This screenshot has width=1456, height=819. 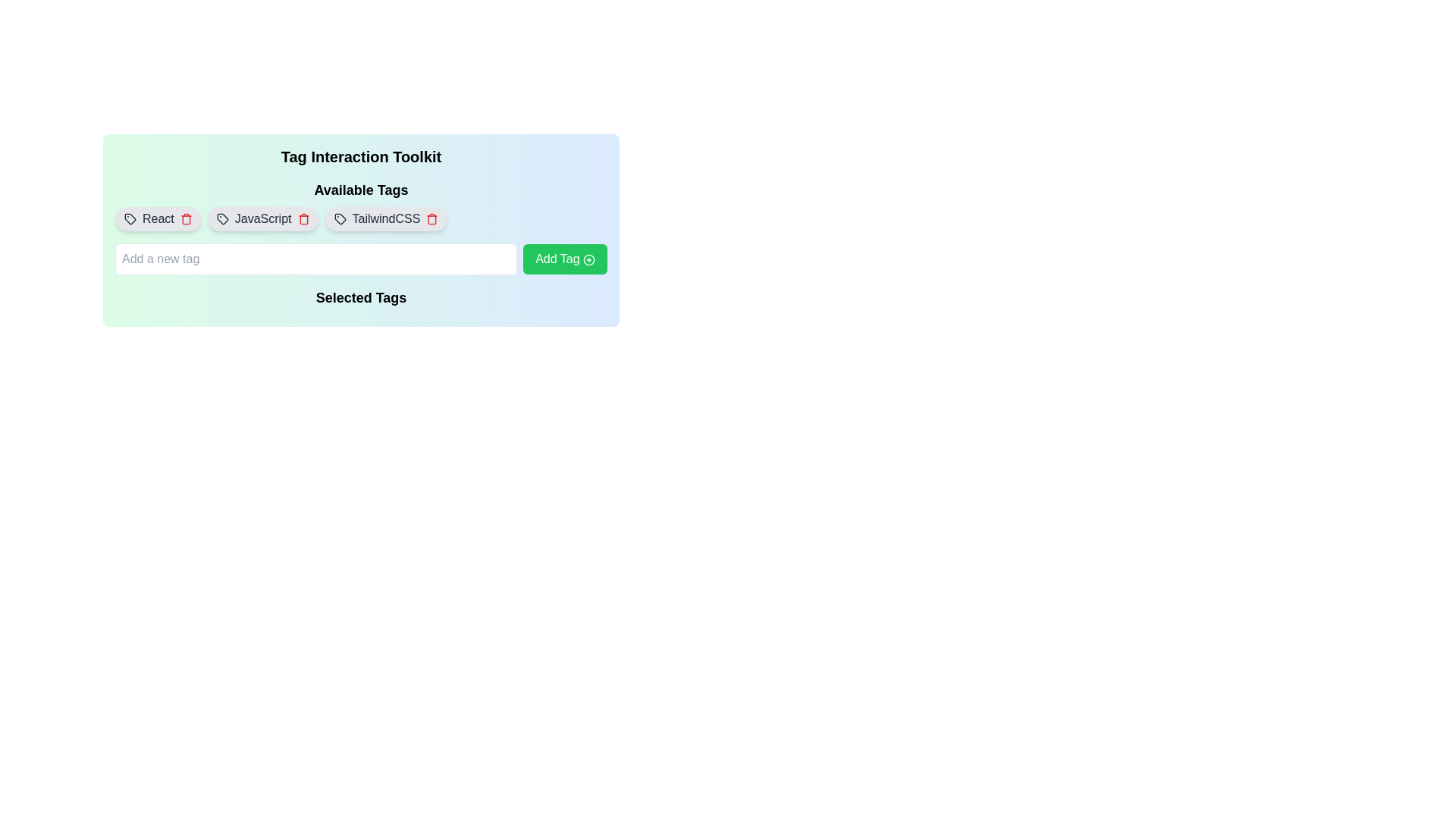 What do you see at coordinates (303, 220) in the screenshot?
I see `the 'delete' button represented by a trash can icon located in the 'Available Tags' section, adjacent to the 'JavaScript' tag text` at bounding box center [303, 220].